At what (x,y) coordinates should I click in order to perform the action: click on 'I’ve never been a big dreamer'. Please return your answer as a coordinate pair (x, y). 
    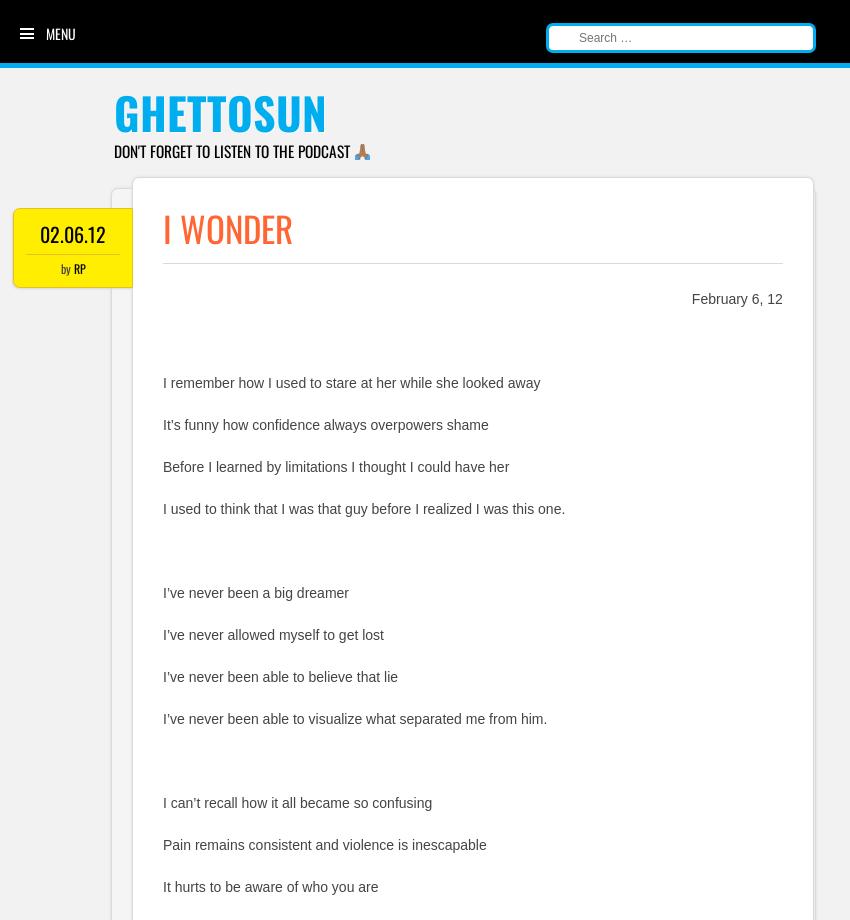
    Looking at the image, I should click on (163, 592).